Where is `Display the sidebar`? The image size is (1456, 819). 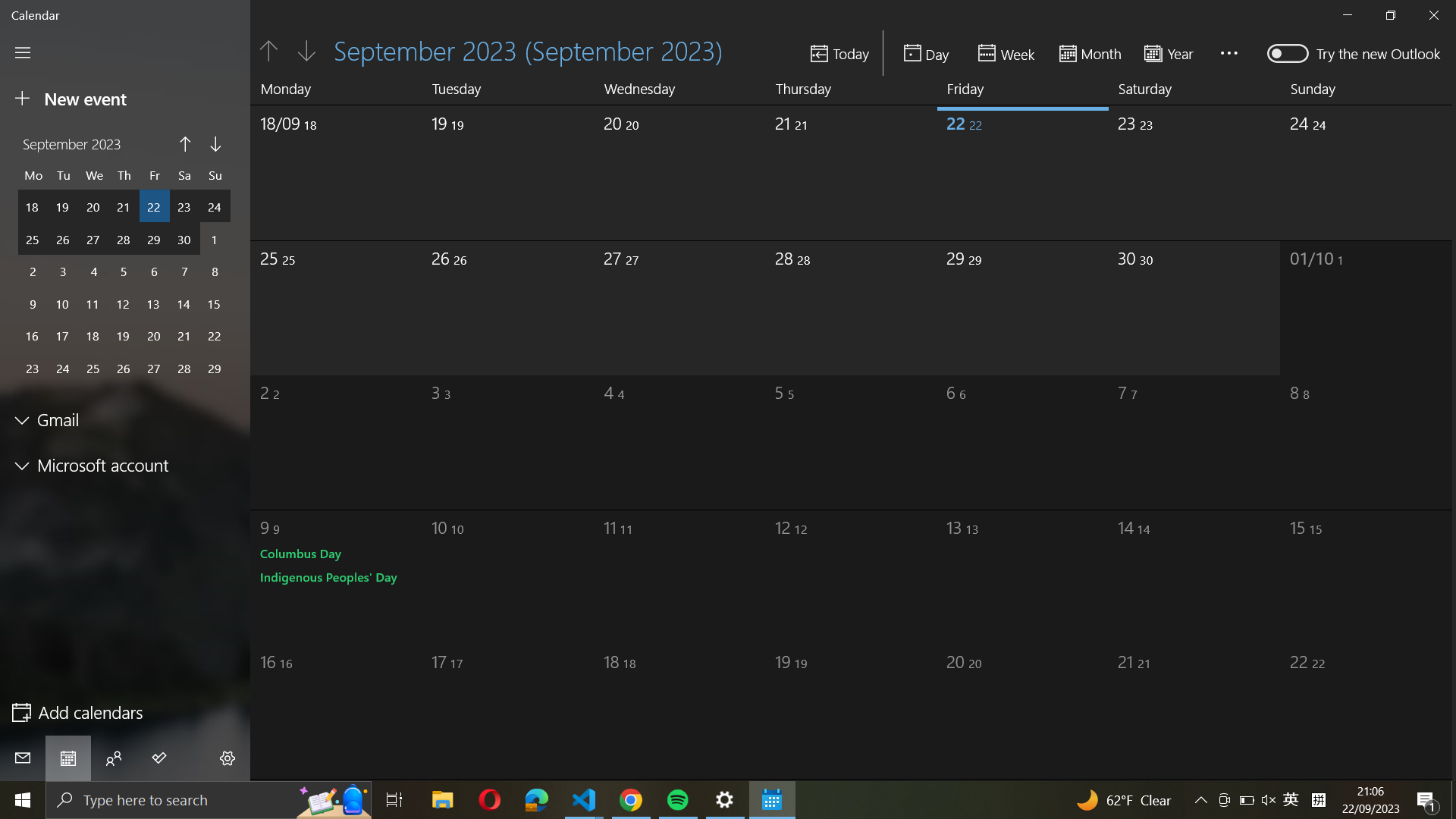 Display the sidebar is located at coordinates (23, 52).